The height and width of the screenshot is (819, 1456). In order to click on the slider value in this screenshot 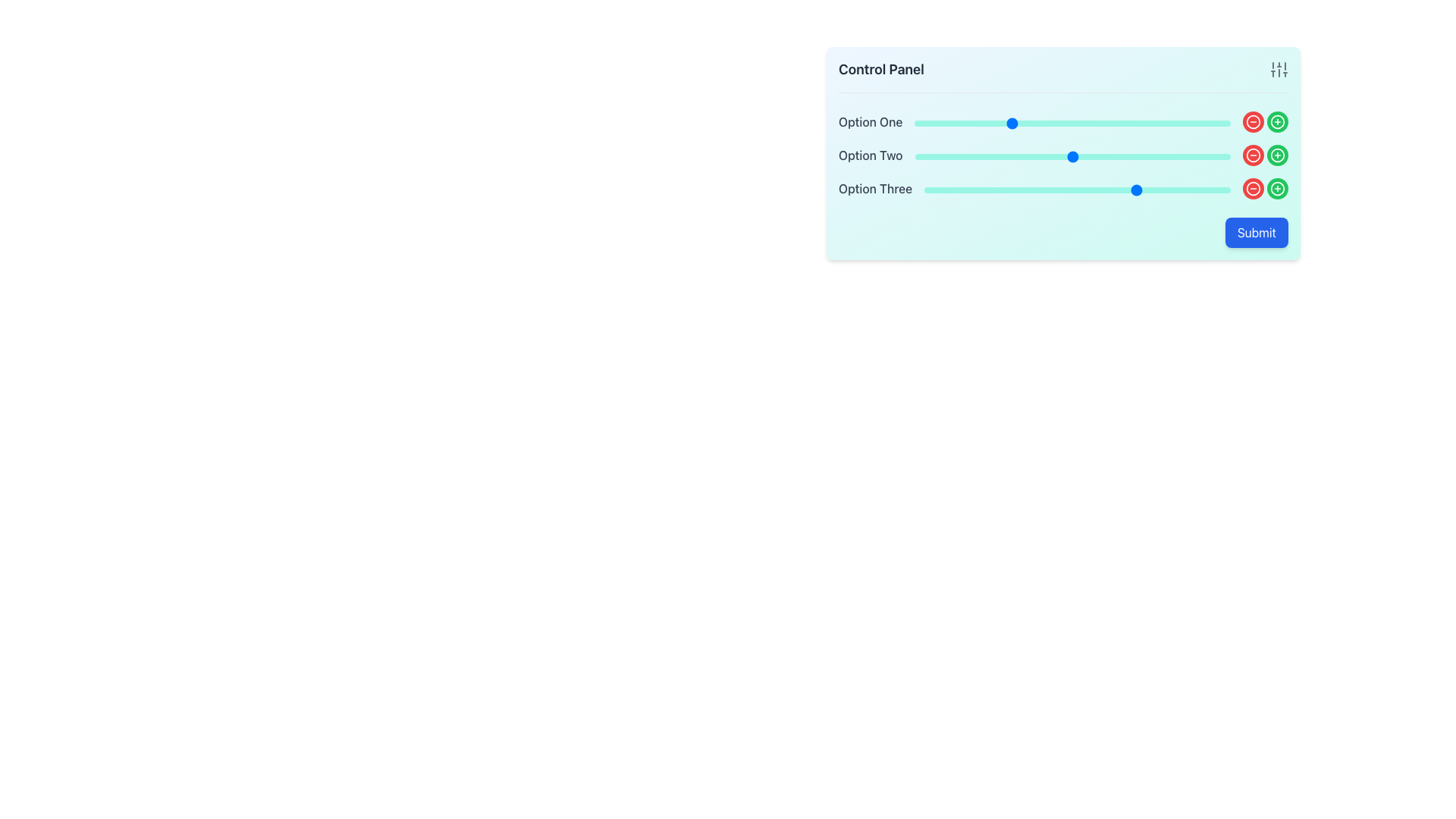, I will do `click(1099, 189)`.